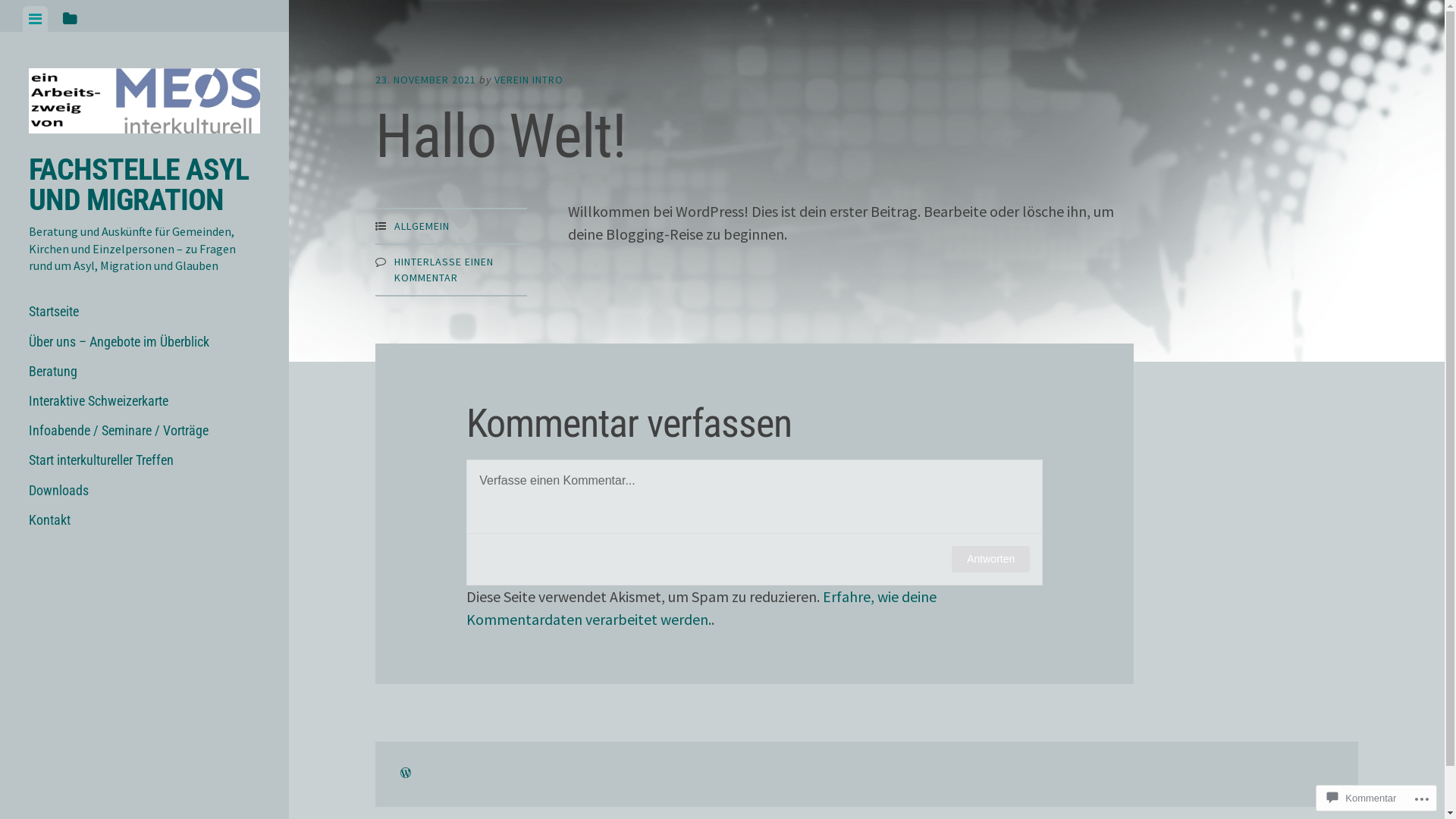 This screenshot has width=1456, height=819. Describe the element at coordinates (144, 459) in the screenshot. I see `'Start interkultureller Treffen'` at that location.